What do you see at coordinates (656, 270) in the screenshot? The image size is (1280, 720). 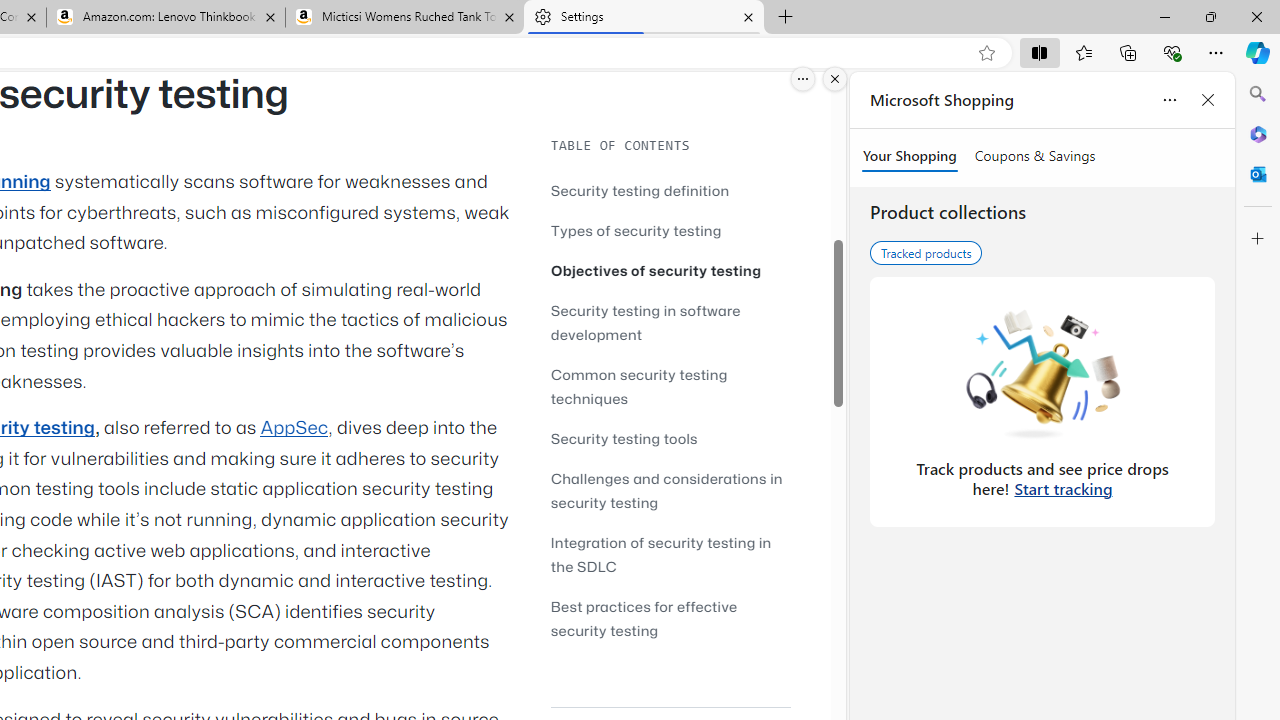 I see `'Objectives of security testing'` at bounding box center [656, 270].